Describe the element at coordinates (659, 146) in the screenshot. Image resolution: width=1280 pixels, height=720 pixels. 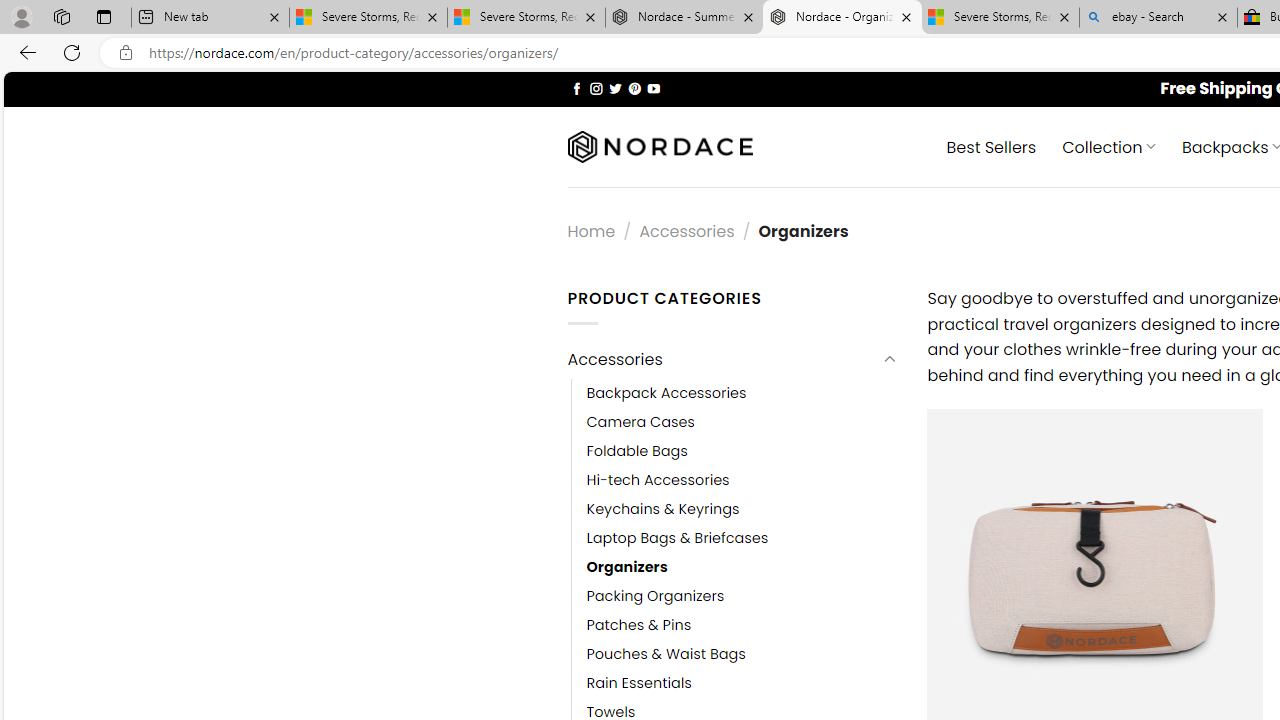
I see `'Nordace'` at that location.